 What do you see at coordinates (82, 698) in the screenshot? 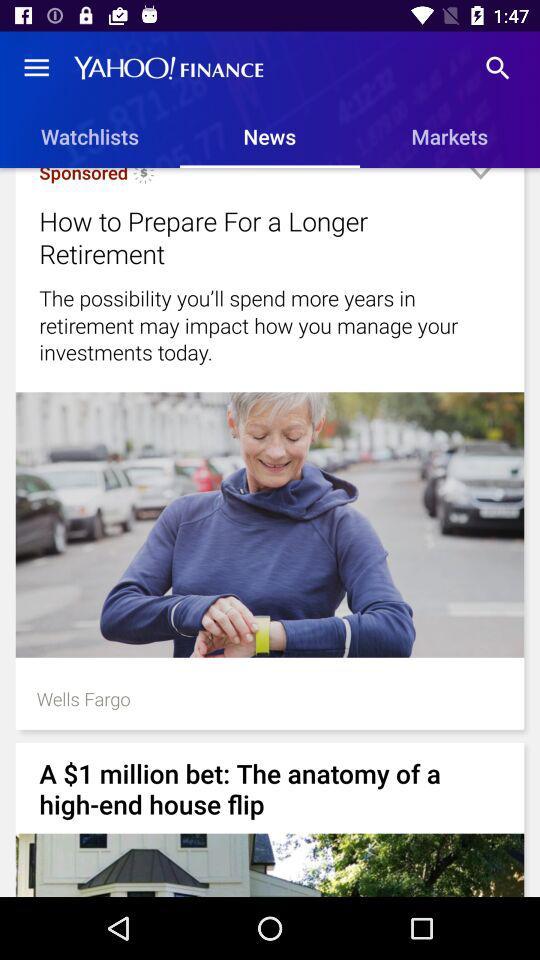
I see `item at the bottom left corner` at bounding box center [82, 698].